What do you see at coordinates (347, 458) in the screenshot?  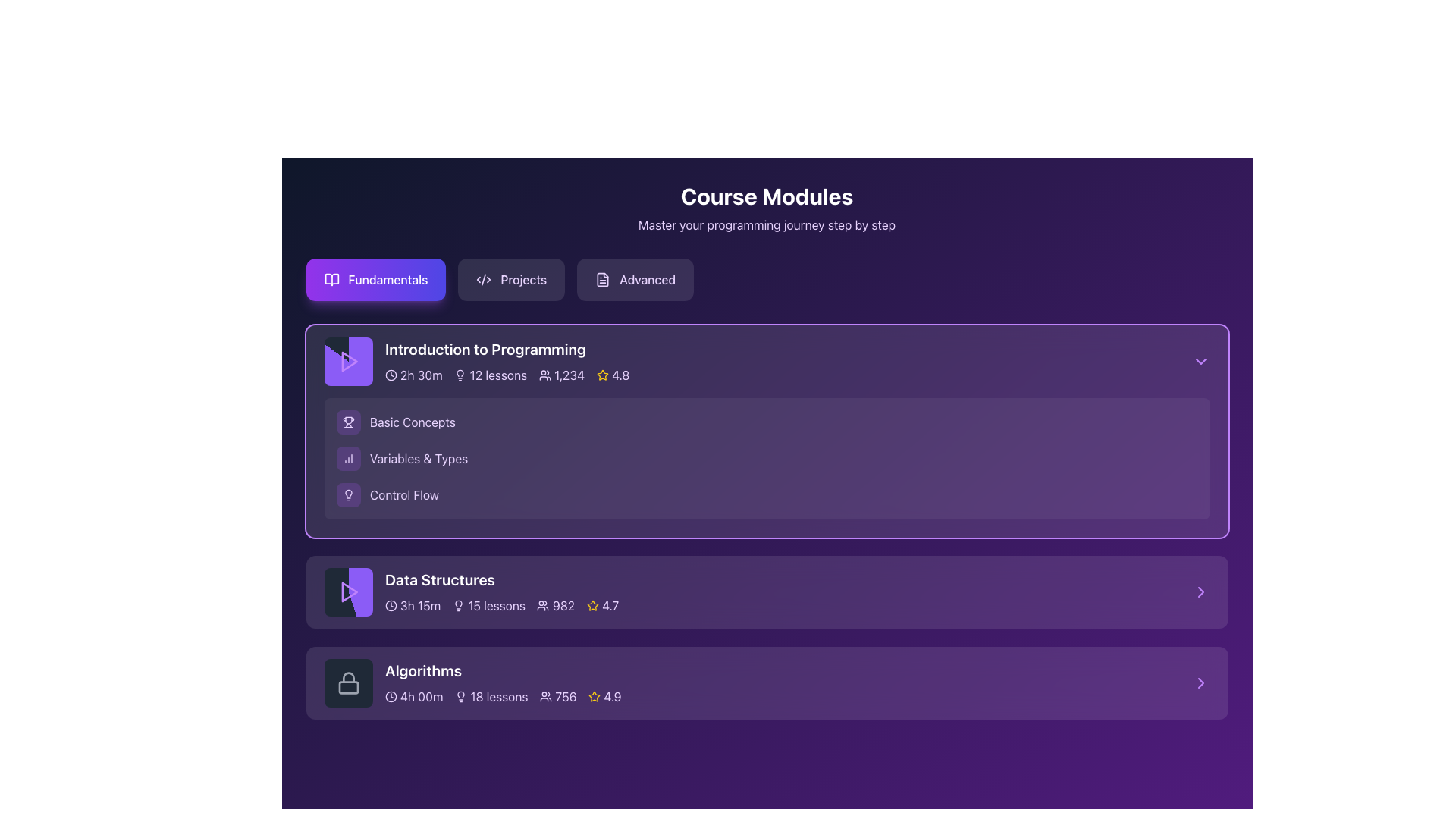 I see `the purple icon button with a bar chart icon located in the 'Variables & Types' list item` at bounding box center [347, 458].